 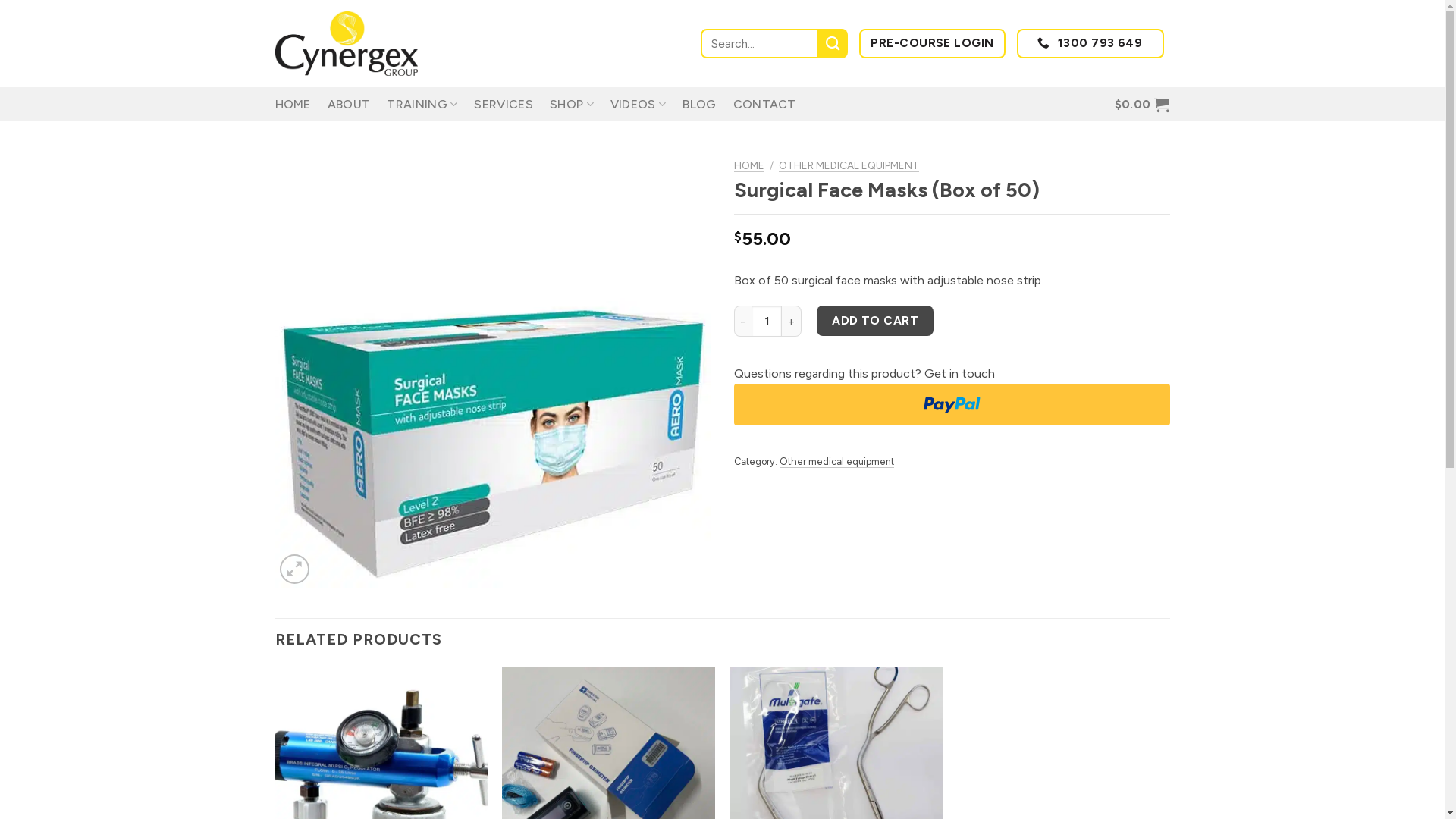 I want to click on 'Zoom', so click(x=294, y=569).